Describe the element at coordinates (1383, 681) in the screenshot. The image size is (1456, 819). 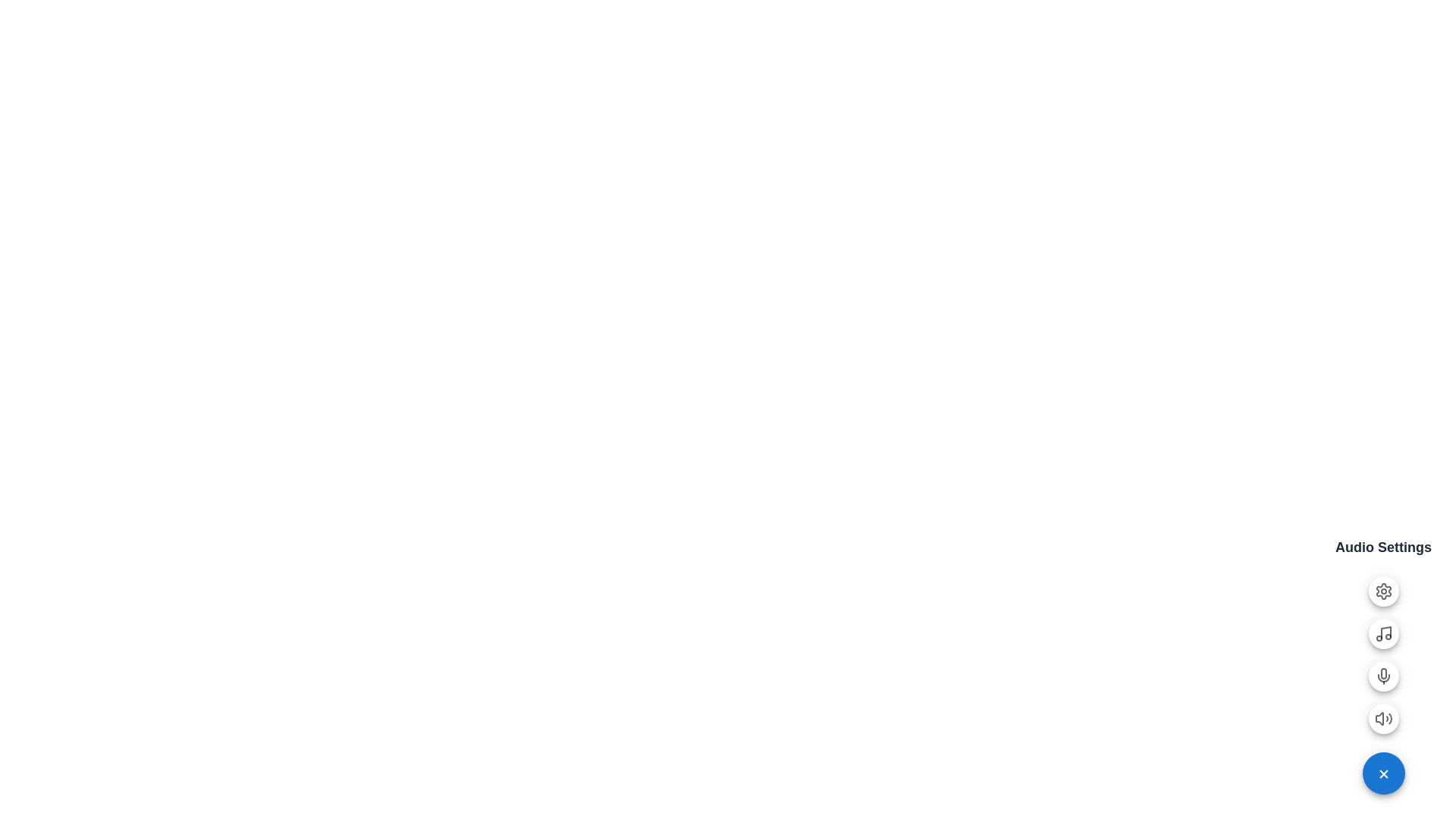
I see `the round microphone button located in the vertical action menu under 'Audio Settings' for navigation interactions` at that location.